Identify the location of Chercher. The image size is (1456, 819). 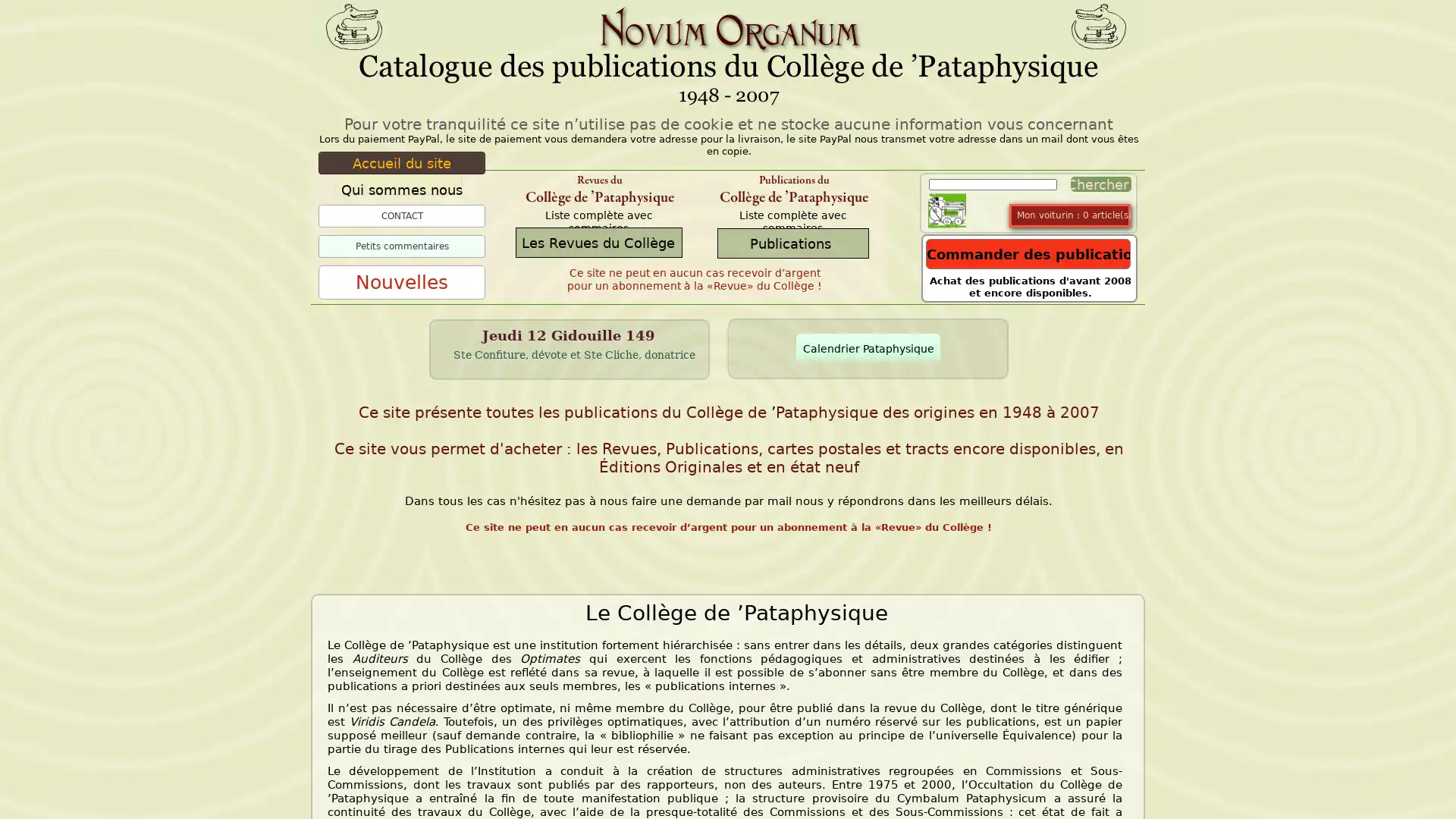
(1097, 184).